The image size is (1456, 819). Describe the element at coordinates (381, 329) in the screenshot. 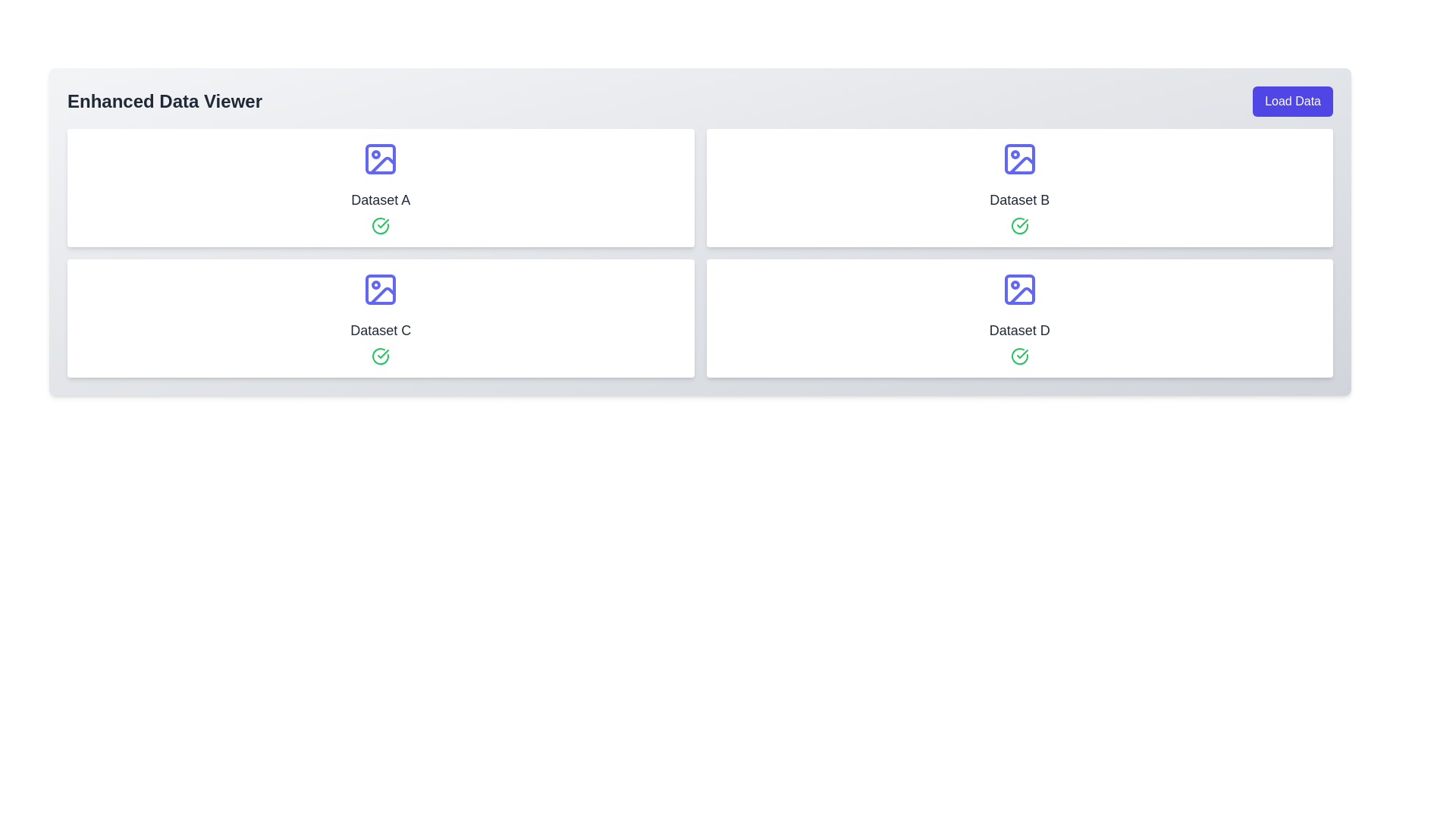

I see `text label located in the lower-left card of a 2x2 grid, positioned directly beneath the blue image icon` at that location.